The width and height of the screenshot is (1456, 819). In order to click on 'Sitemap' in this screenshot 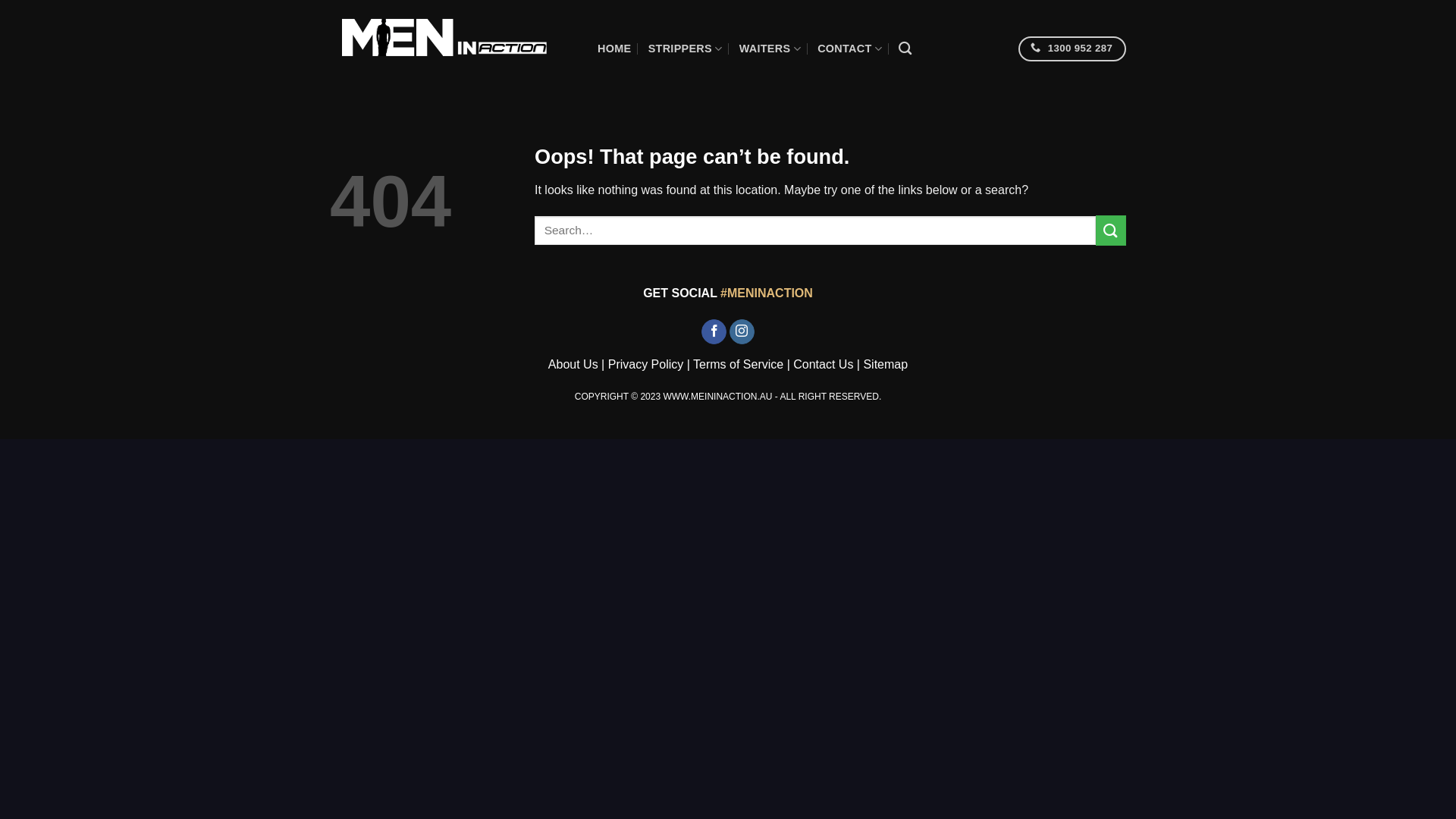, I will do `click(885, 364)`.